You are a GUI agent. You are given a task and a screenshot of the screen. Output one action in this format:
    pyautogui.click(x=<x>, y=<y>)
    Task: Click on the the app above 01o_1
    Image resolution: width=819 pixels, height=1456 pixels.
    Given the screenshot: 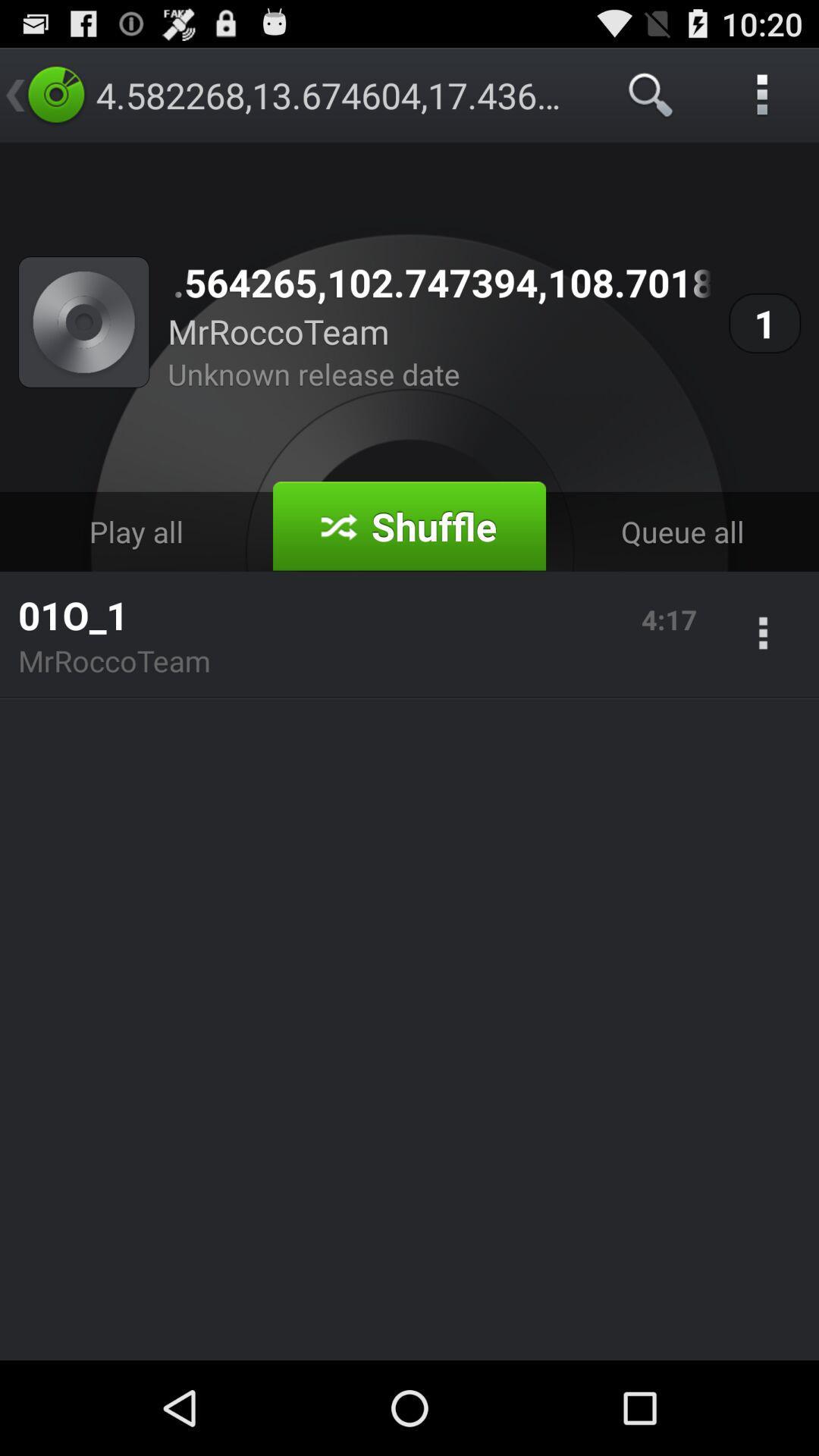 What is the action you would take?
    pyautogui.click(x=136, y=532)
    